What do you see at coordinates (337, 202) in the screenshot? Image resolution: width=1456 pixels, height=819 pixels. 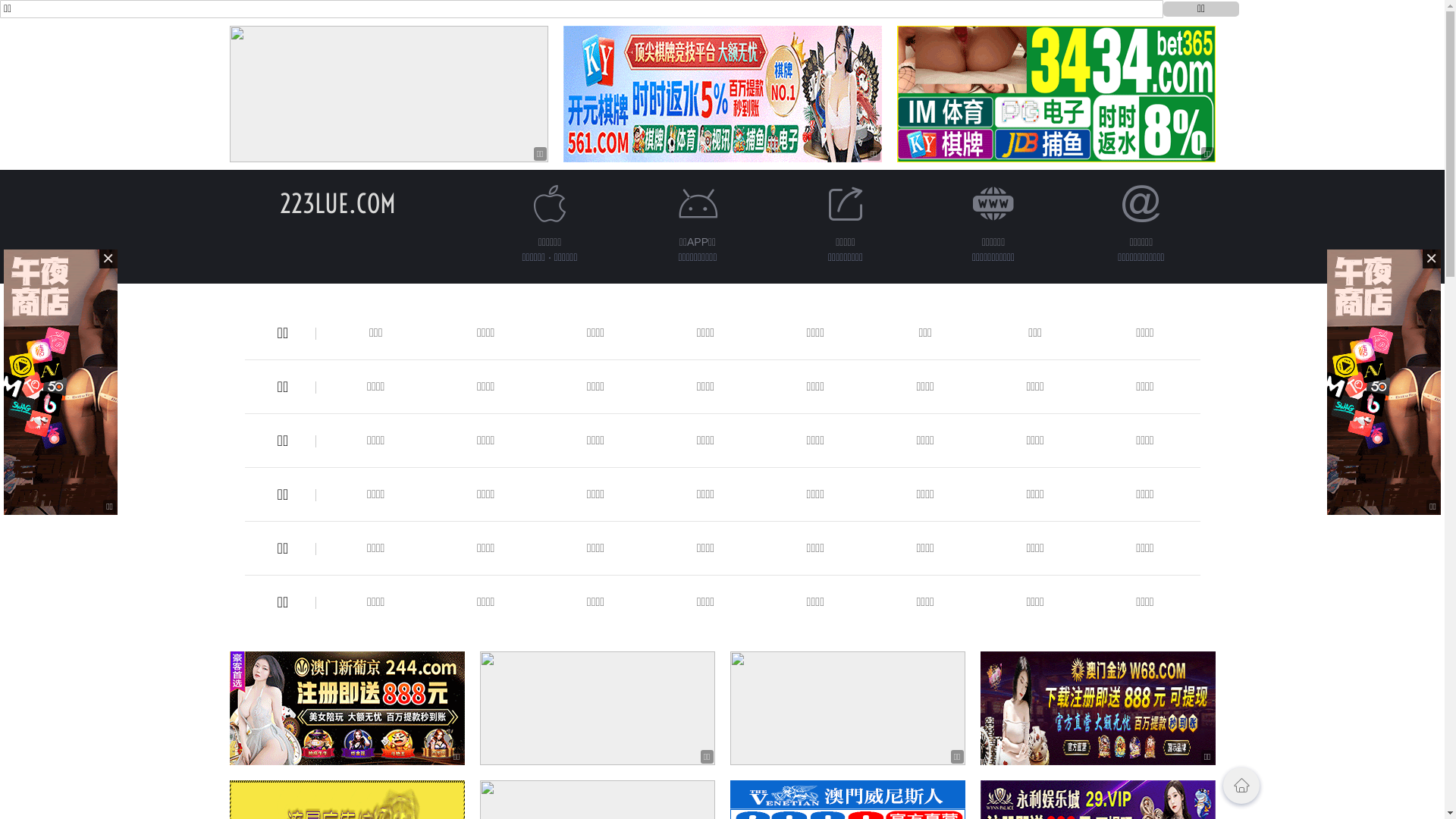 I see `'223LUE.COM'` at bounding box center [337, 202].